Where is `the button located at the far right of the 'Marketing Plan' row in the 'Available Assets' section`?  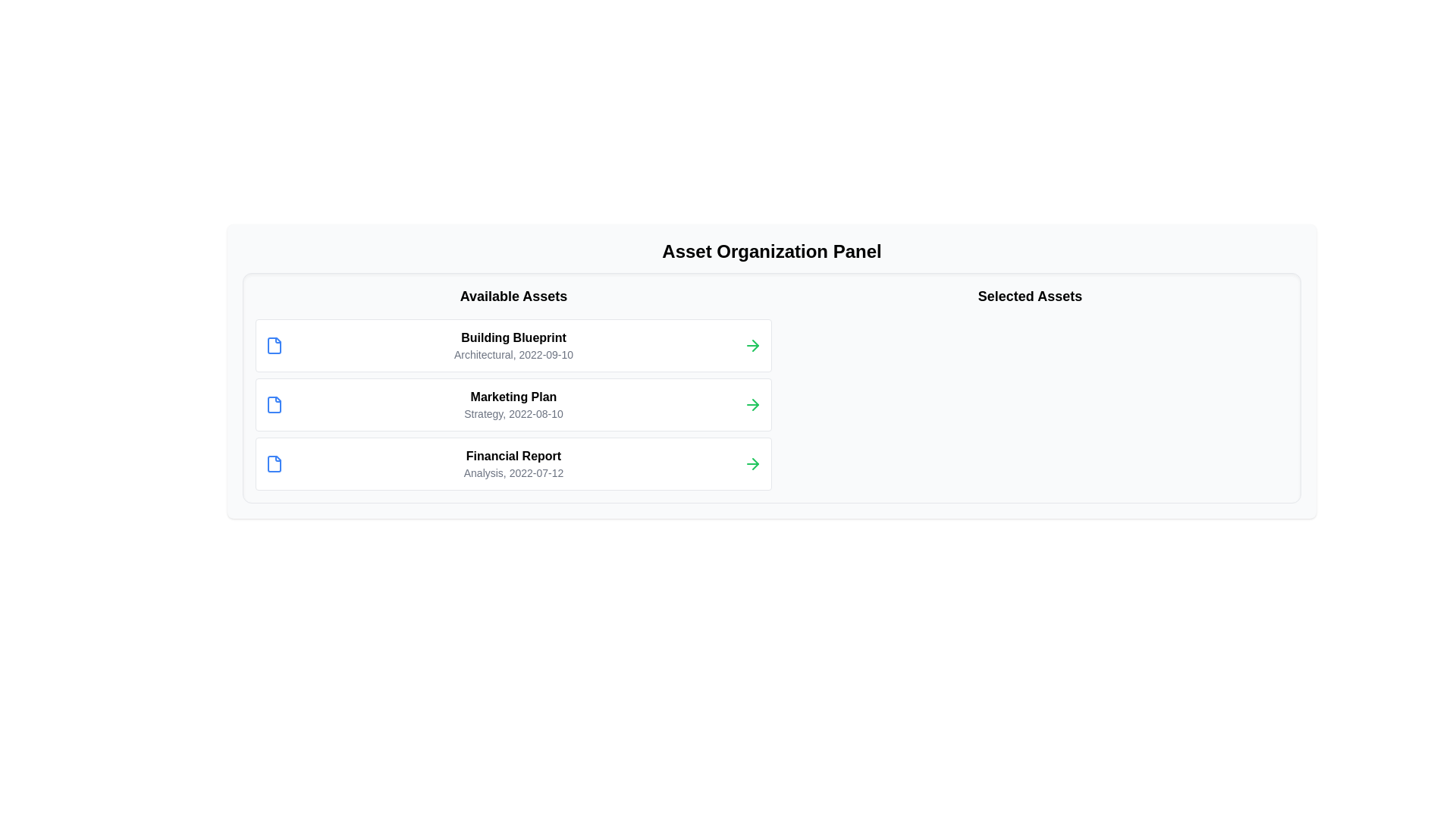 the button located at the far right of the 'Marketing Plan' row in the 'Available Assets' section is located at coordinates (753, 403).